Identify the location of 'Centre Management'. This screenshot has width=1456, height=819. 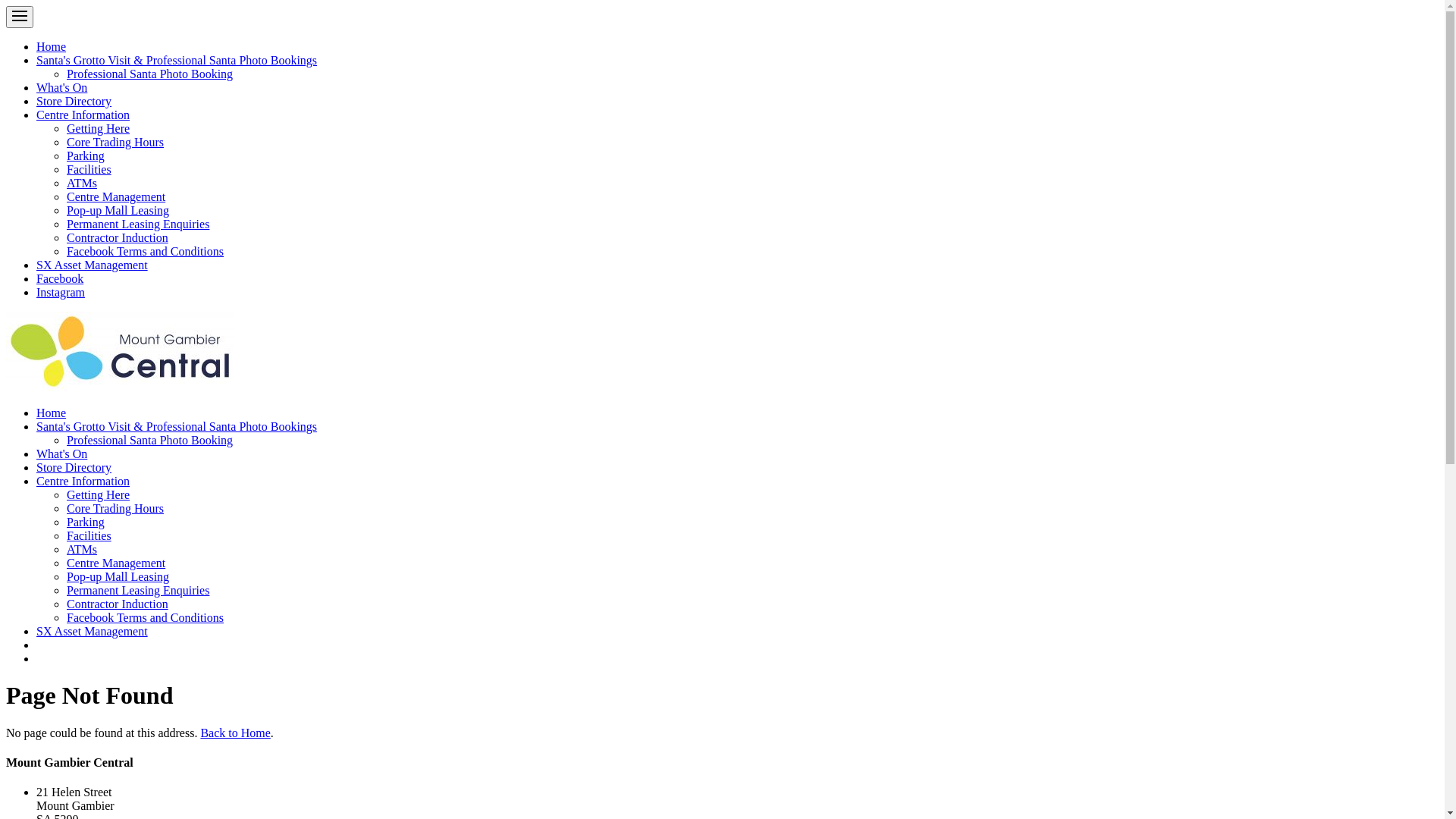
(115, 563).